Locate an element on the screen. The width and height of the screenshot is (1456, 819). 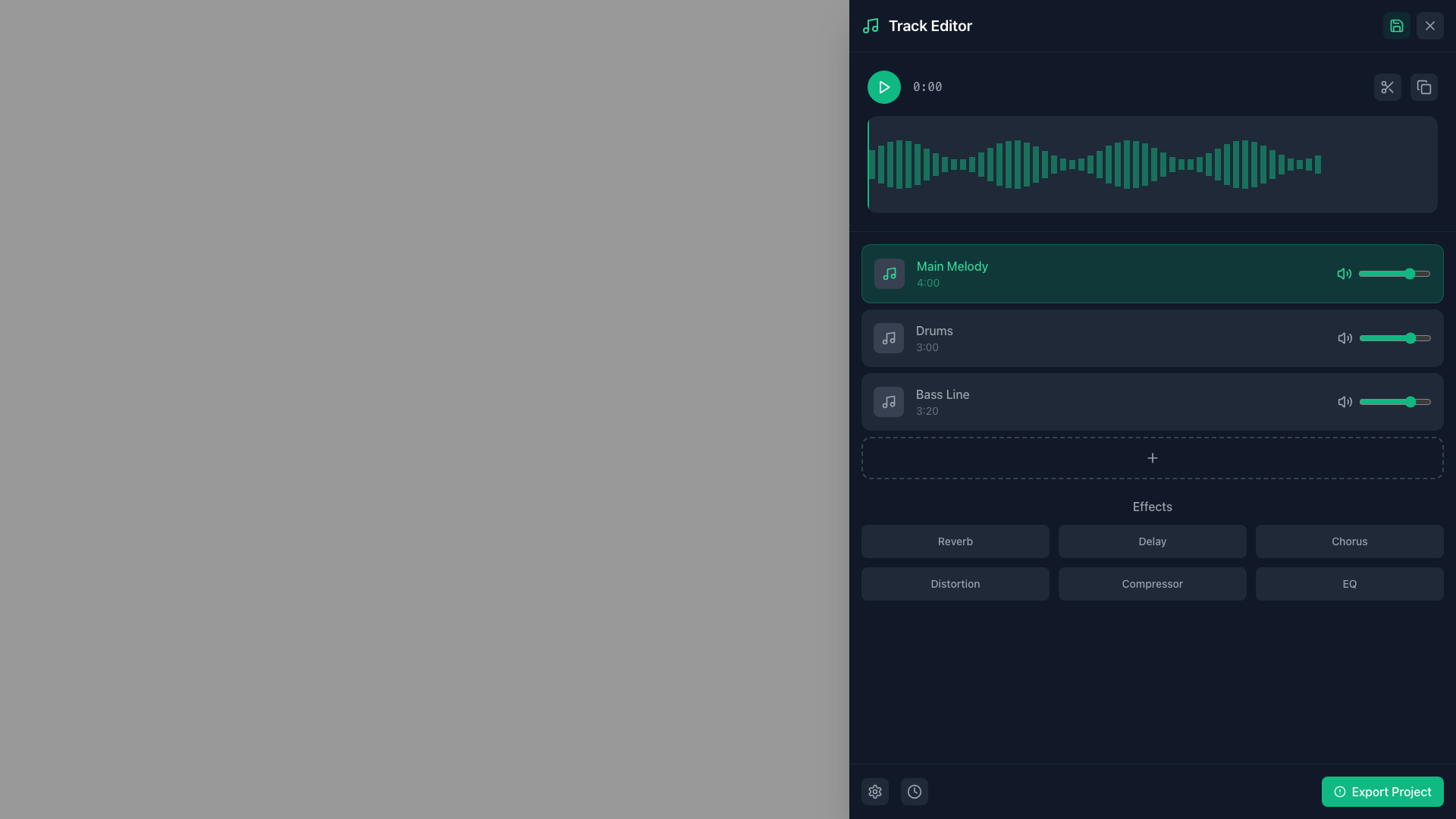
the button in the Effects section is located at coordinates (1153, 549).